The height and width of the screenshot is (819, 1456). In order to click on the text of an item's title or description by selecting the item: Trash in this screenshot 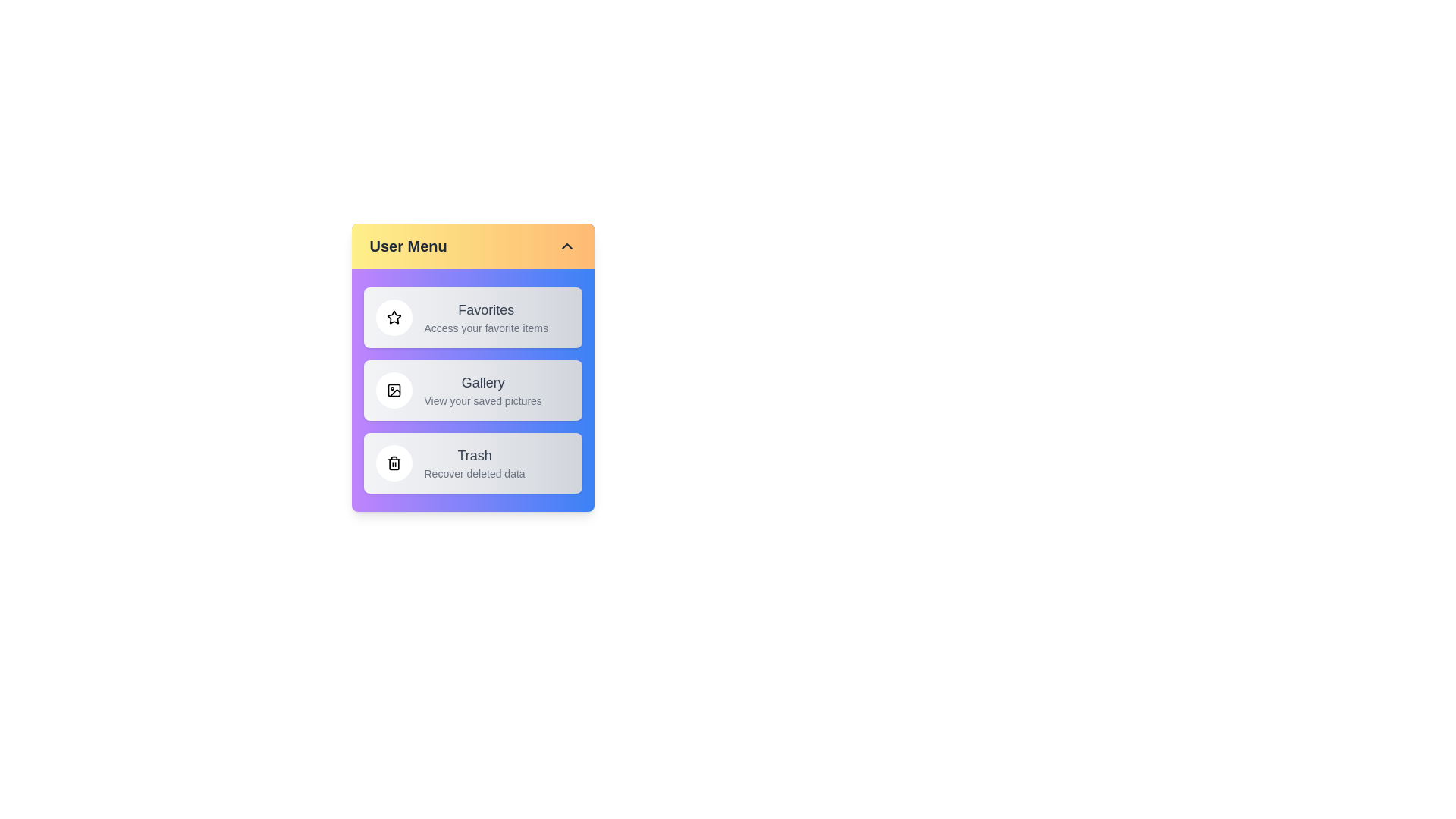, I will do `click(472, 462)`.